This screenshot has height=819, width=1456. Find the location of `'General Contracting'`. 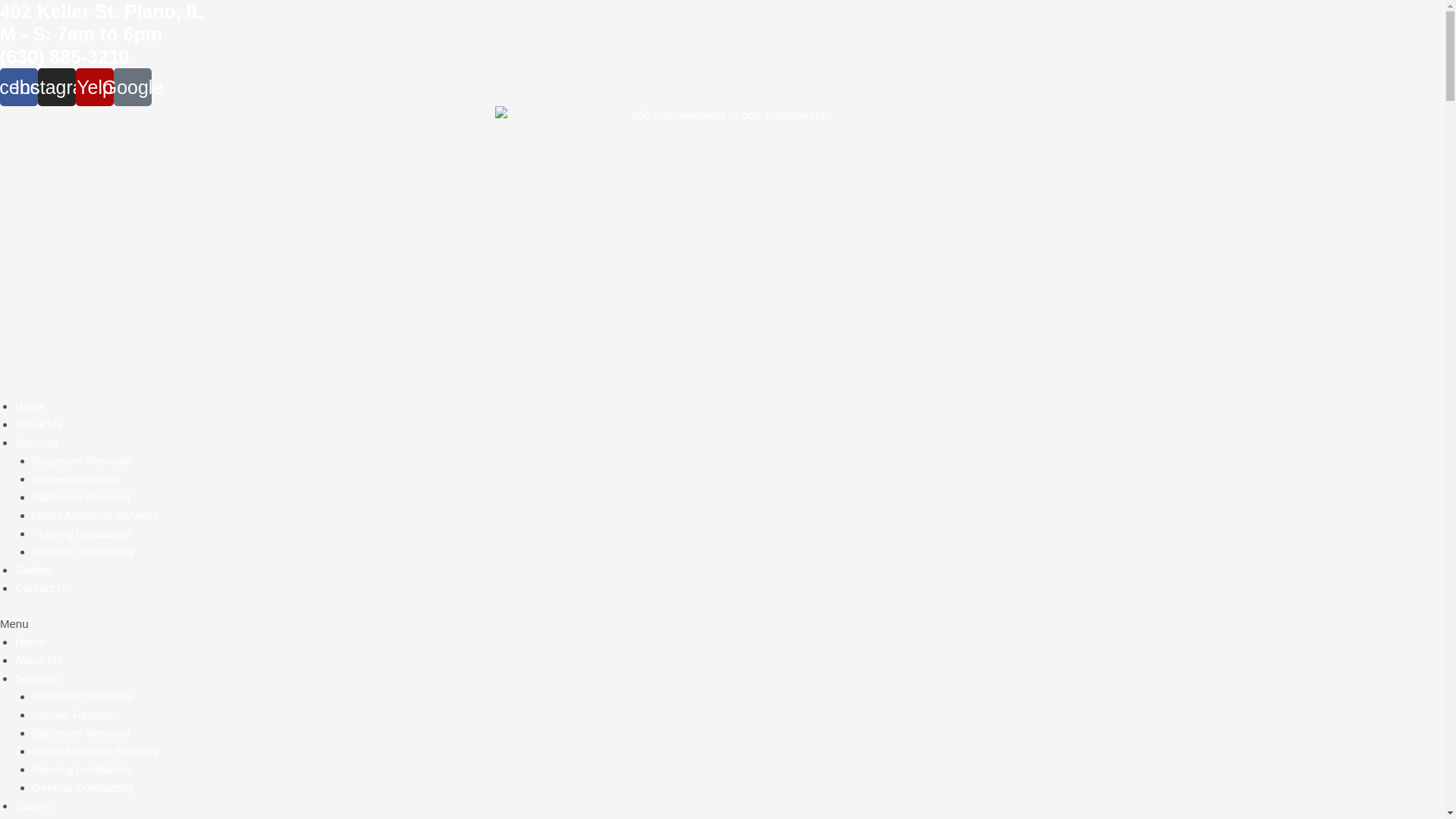

'General Contracting' is located at coordinates (82, 786).